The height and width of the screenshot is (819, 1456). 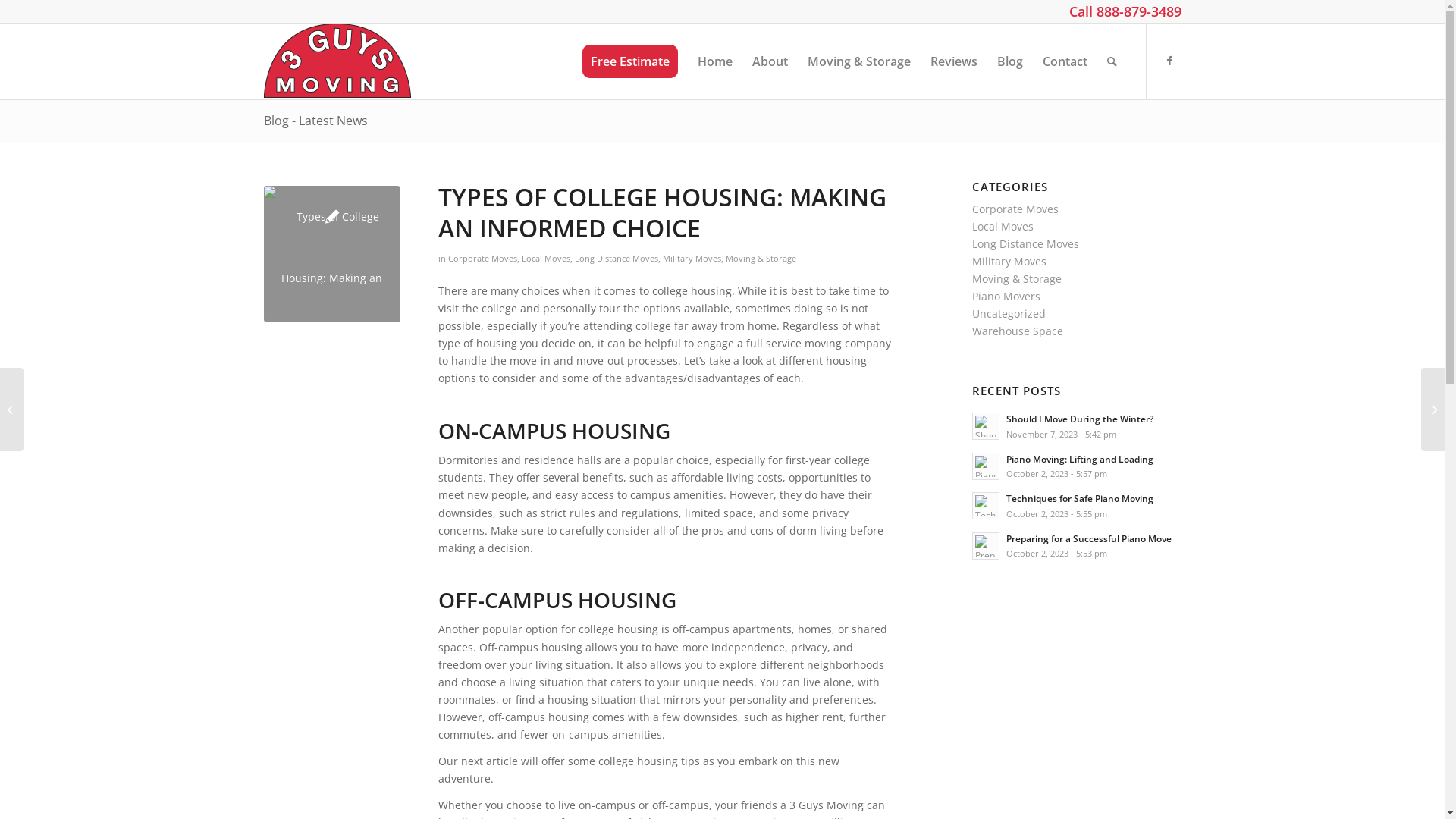 I want to click on 'Piano Moving: Lifting and Loading', so click(x=1079, y=458).